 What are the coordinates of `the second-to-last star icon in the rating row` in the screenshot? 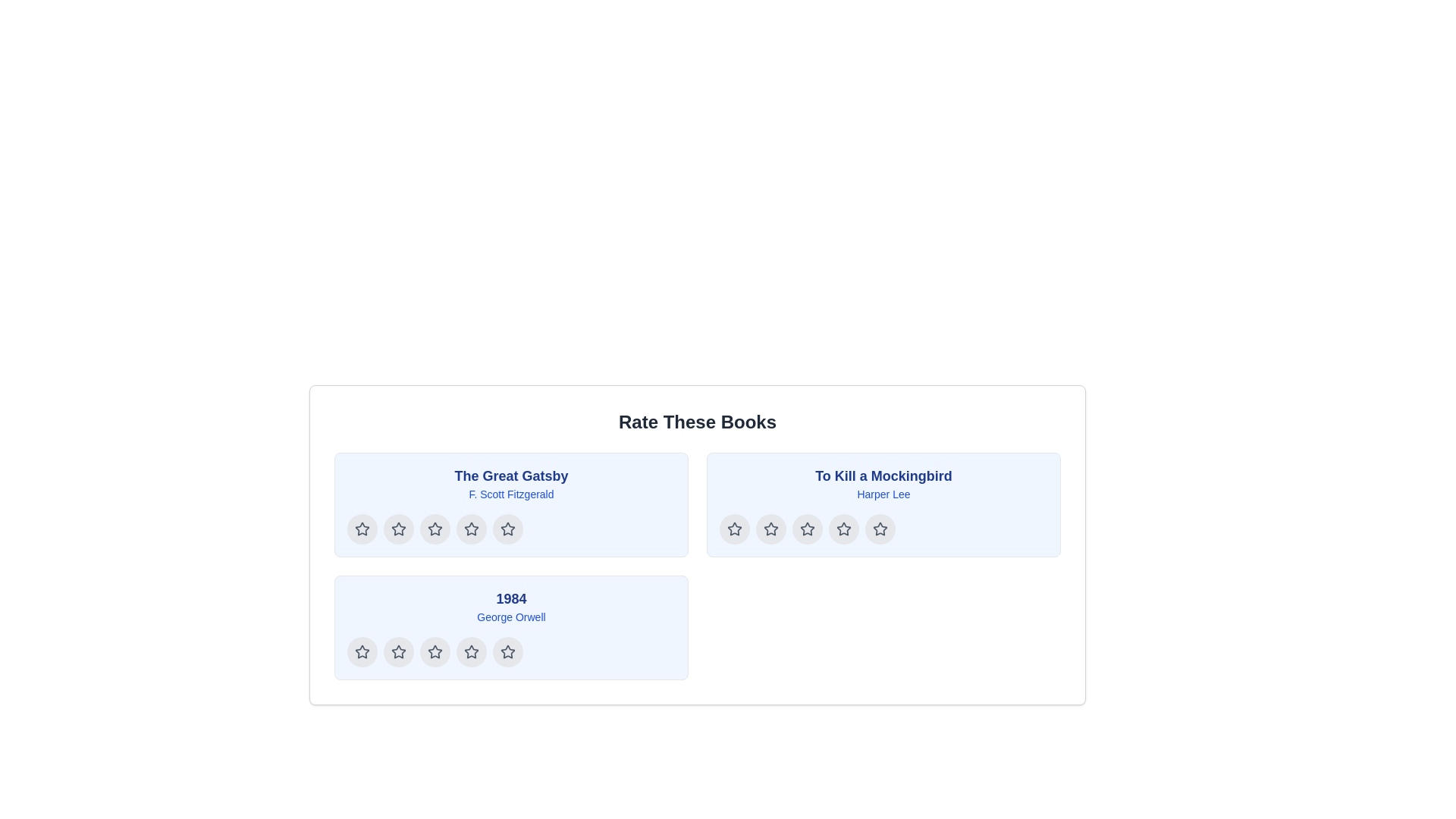 It's located at (508, 651).